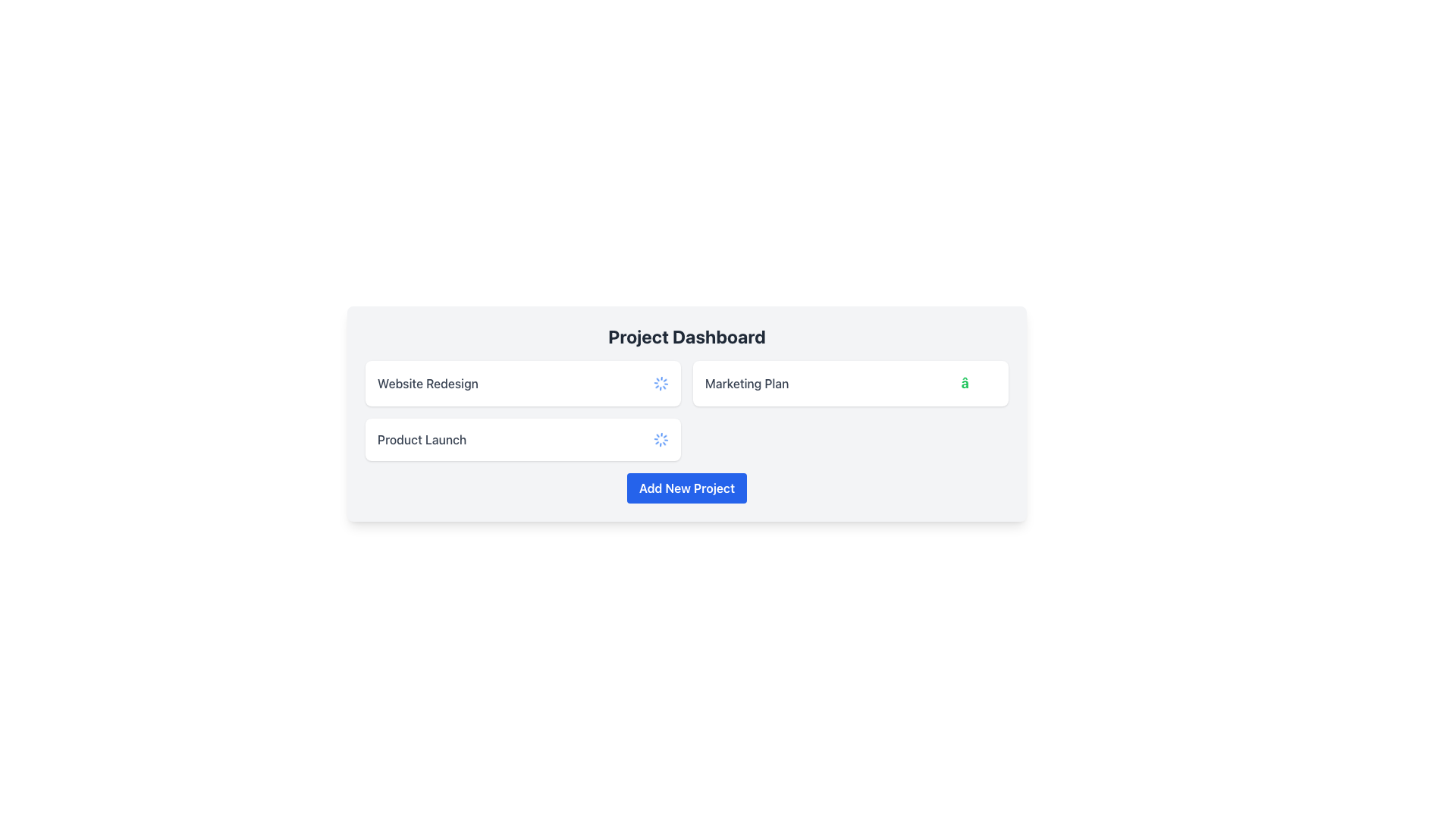  Describe the element at coordinates (686, 488) in the screenshot. I see `the blue rectangular button labeled 'Add New Project' located at the bottom center of the 'Project Dashboard'` at that location.